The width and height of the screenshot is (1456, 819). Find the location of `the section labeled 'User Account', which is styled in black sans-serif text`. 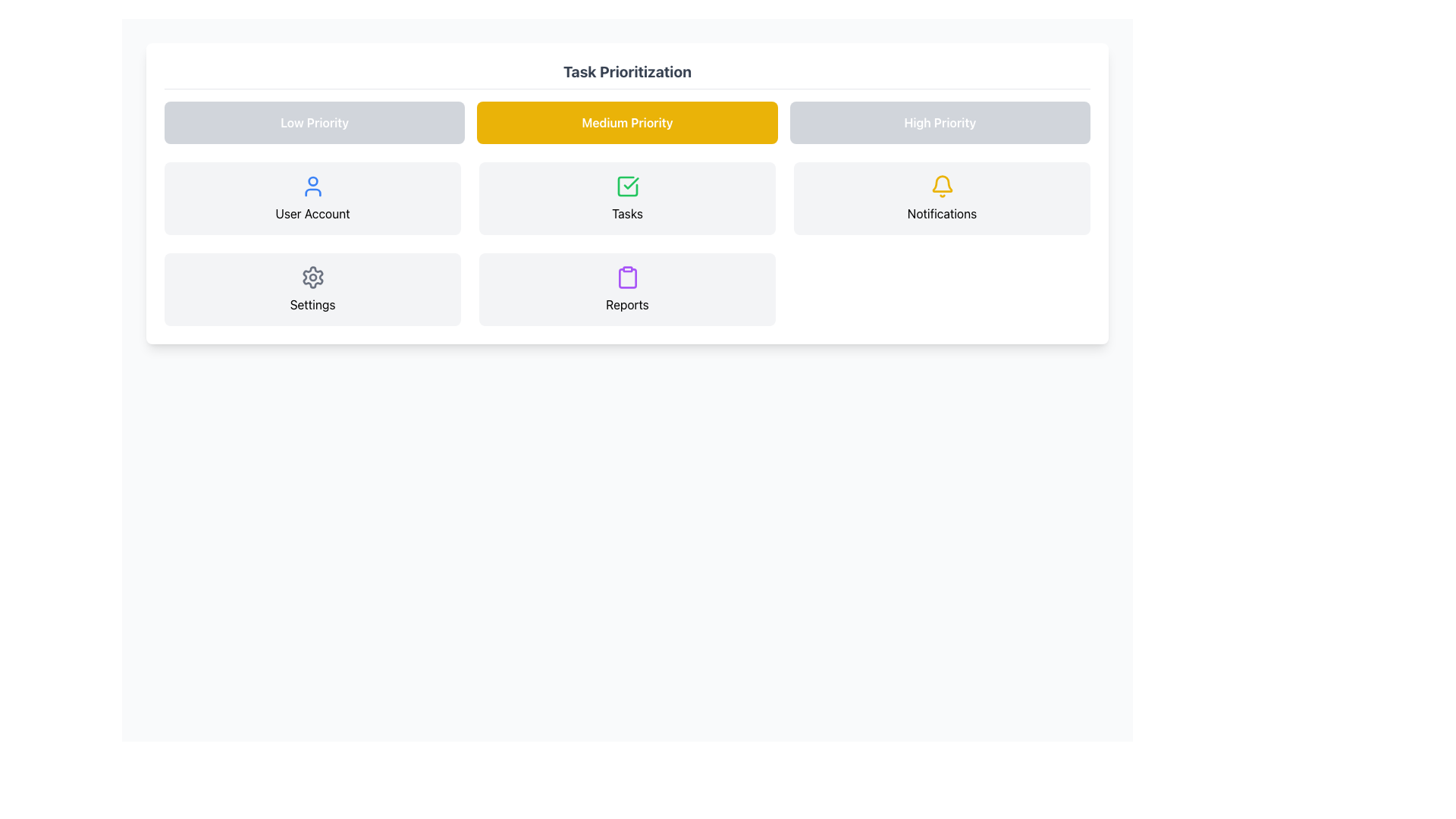

the section labeled 'User Account', which is styled in black sans-serif text is located at coordinates (312, 213).